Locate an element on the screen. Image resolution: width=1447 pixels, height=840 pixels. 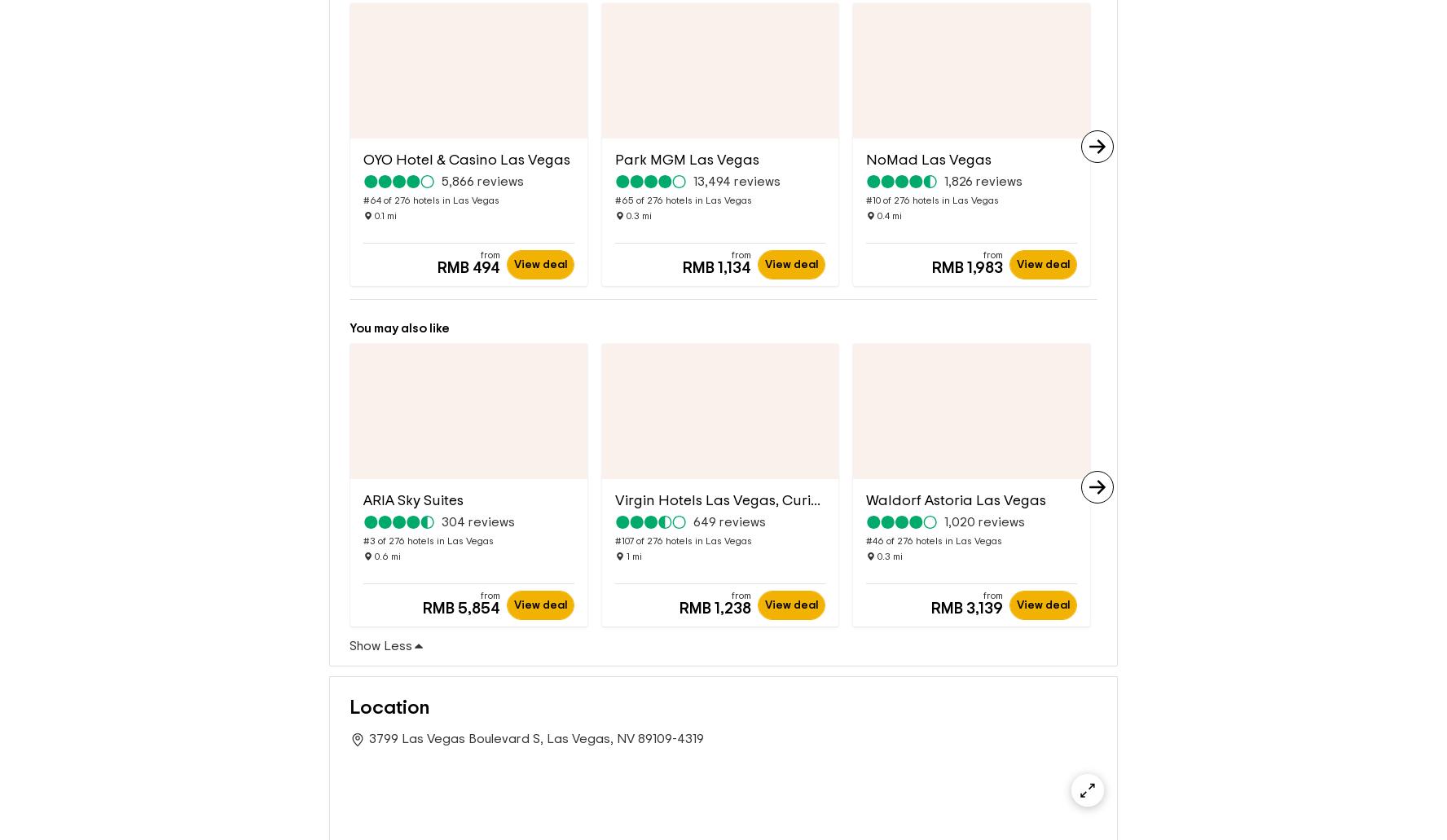
'#107 of 276 hotels in Las Vegas' is located at coordinates (613, 515).